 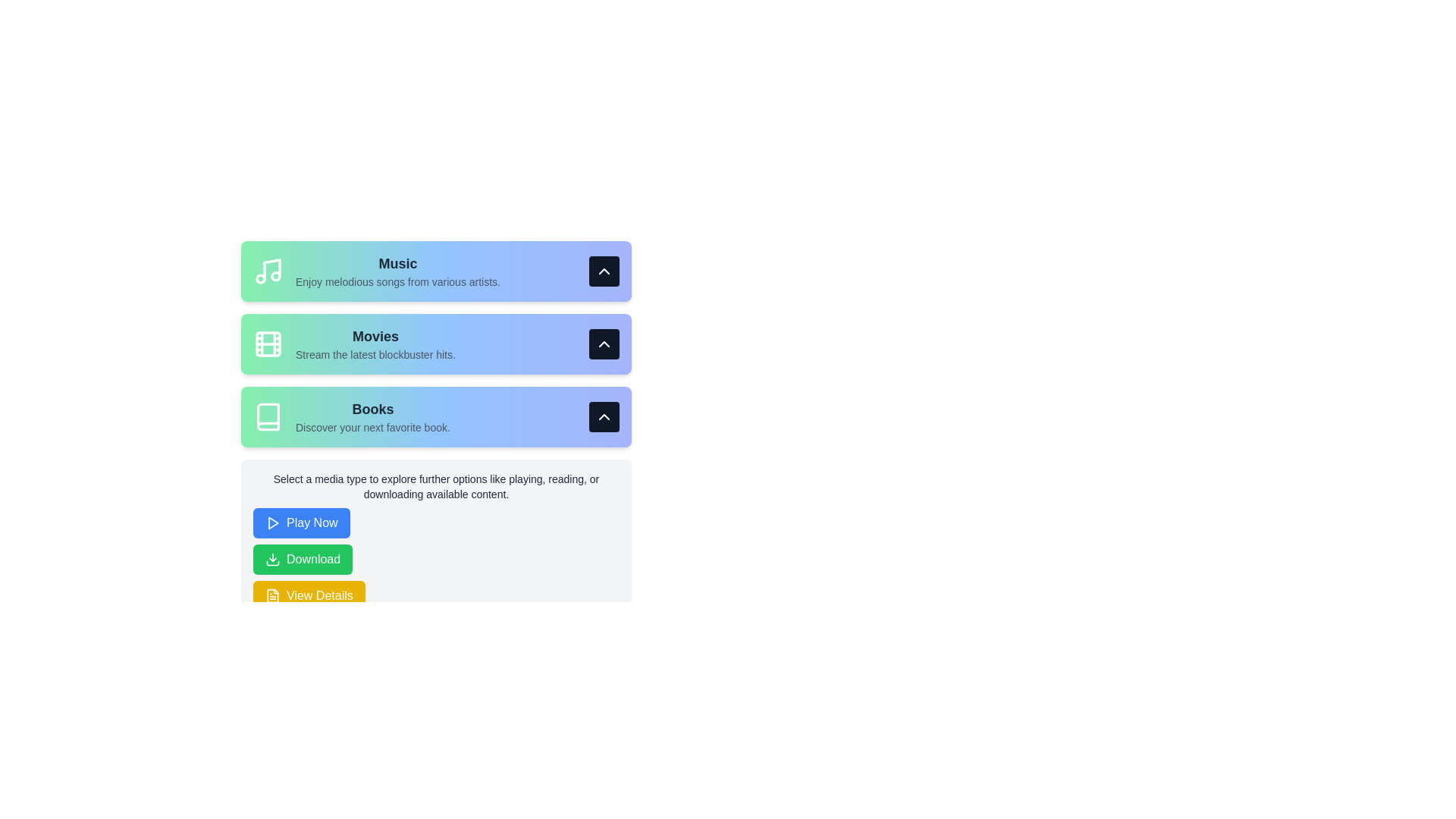 What do you see at coordinates (261, 278) in the screenshot?
I see `second Circle graphic element within the SVG group of the music icon located in the top card of three stacked cards by using the browser developer tools` at bounding box center [261, 278].